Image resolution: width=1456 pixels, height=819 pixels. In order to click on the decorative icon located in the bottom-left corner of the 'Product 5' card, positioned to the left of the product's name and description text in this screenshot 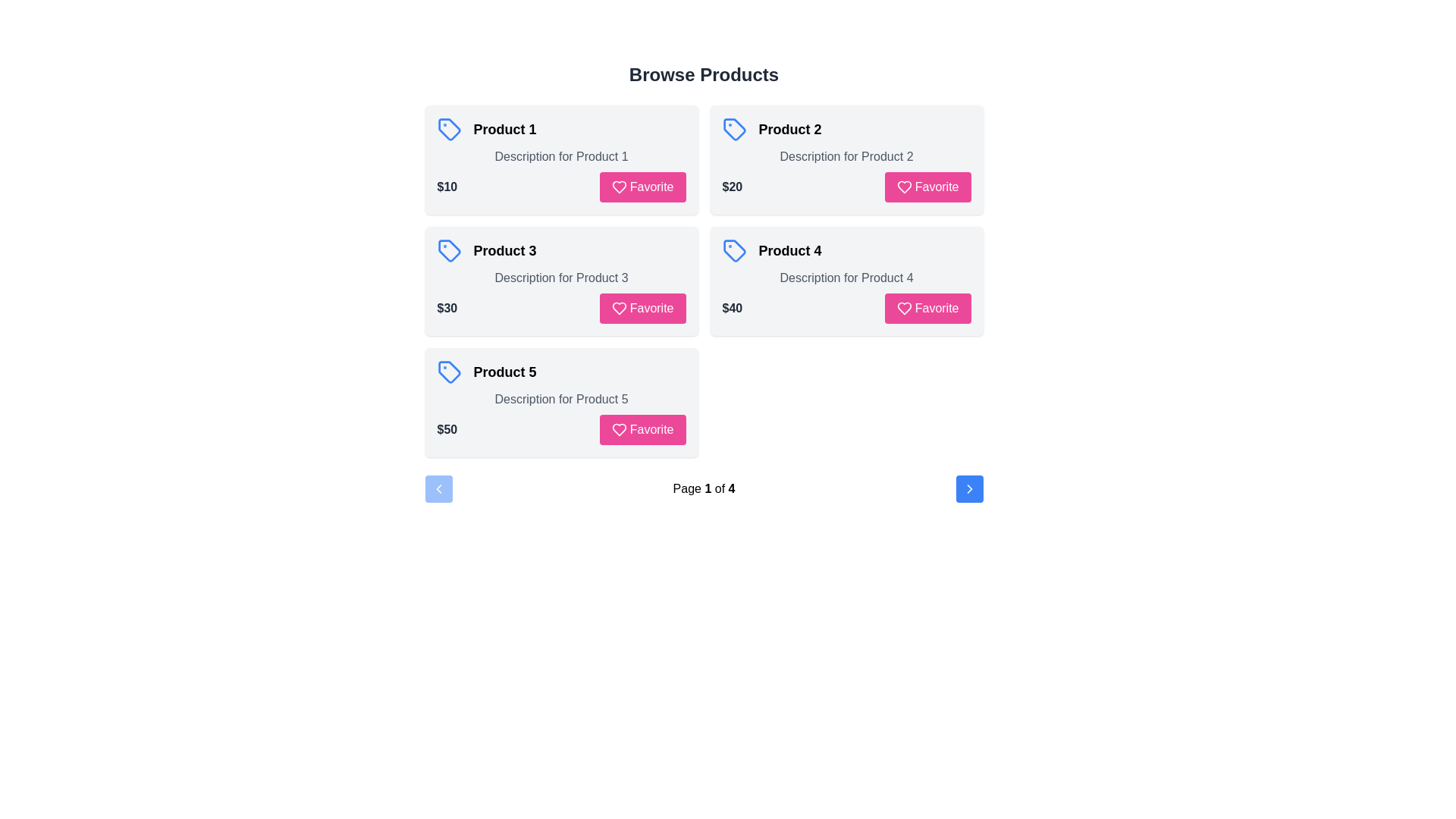, I will do `click(448, 372)`.